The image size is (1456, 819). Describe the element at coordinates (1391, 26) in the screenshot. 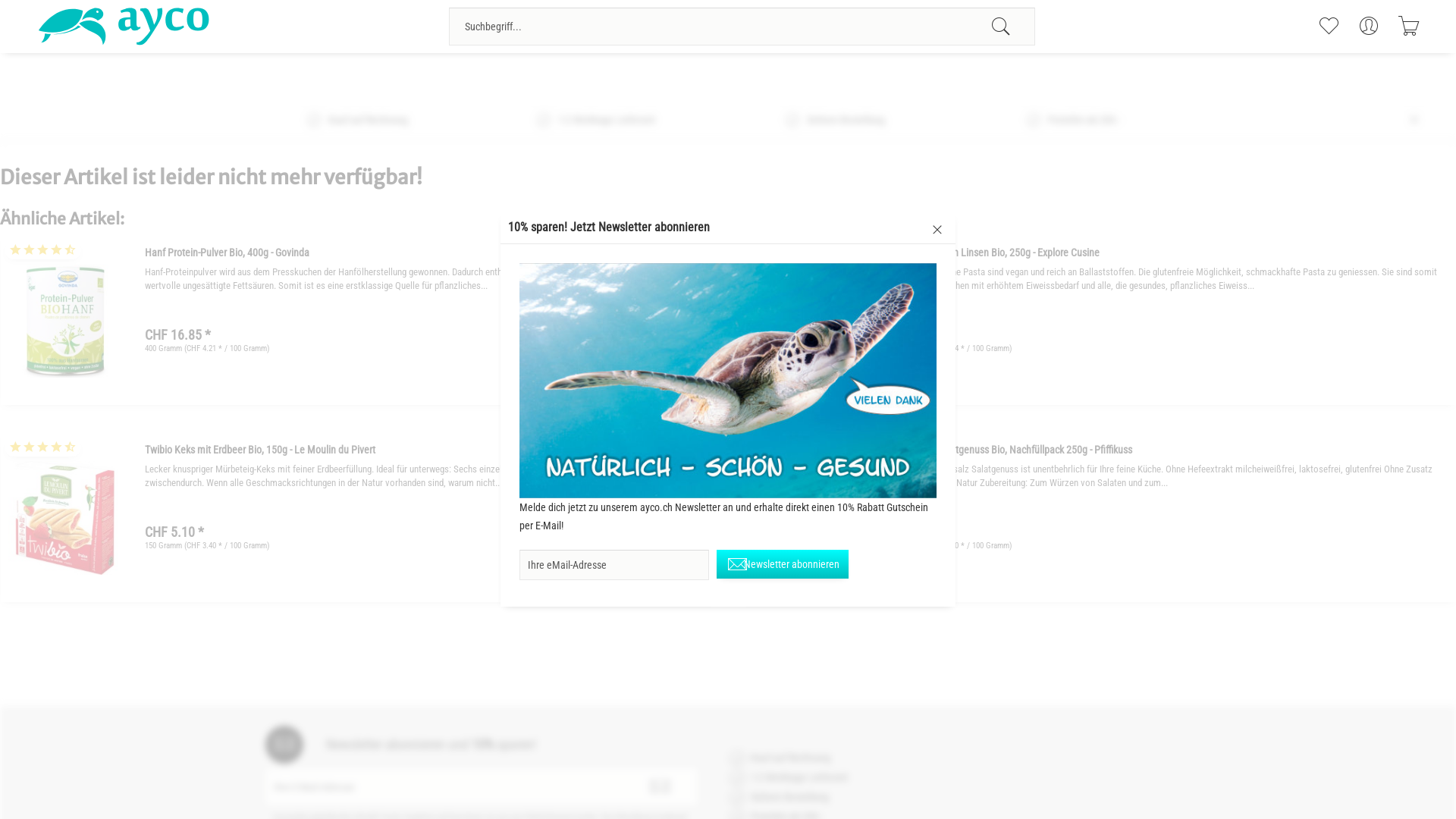

I see `'Warenkorb'` at that location.